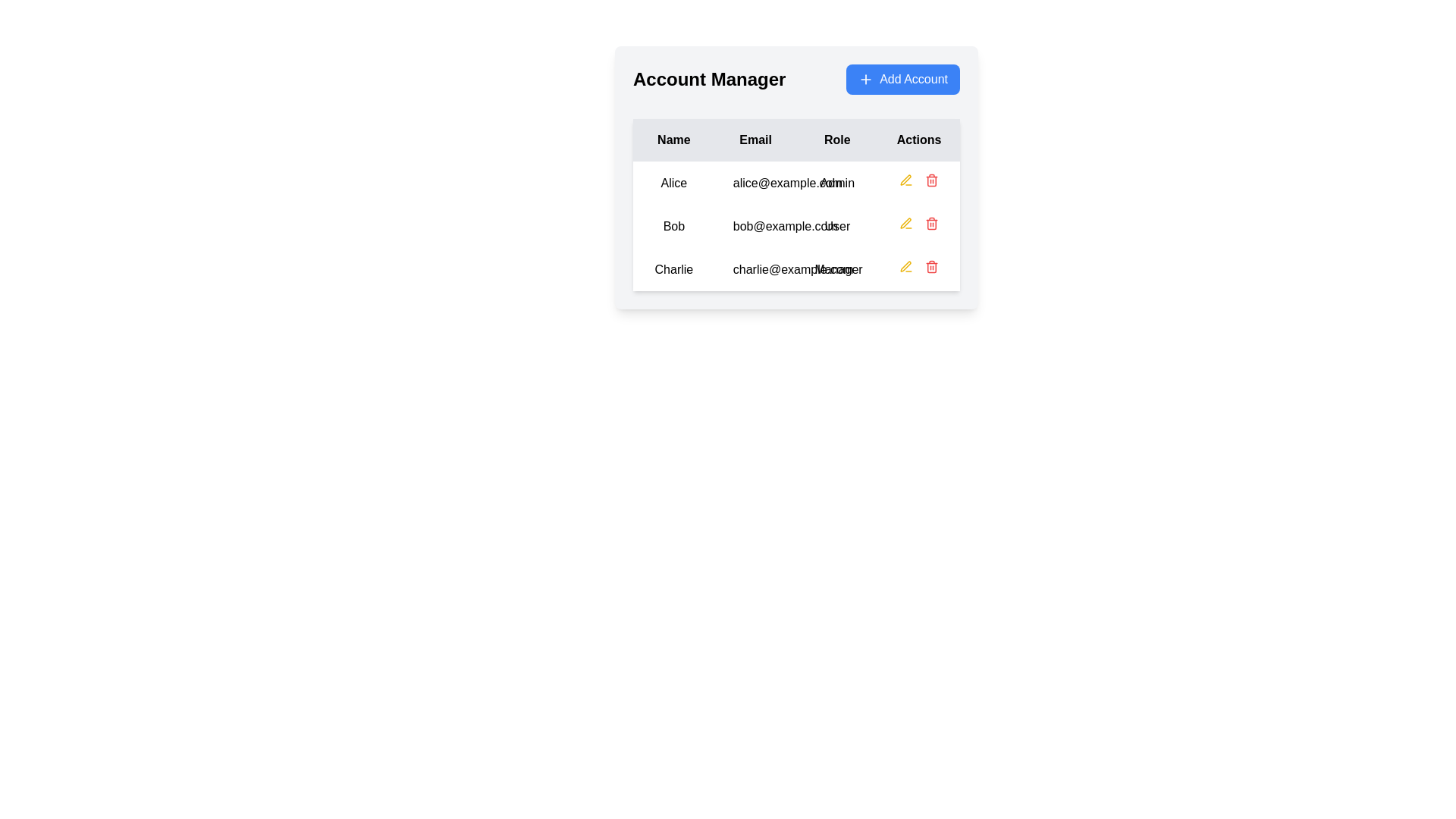  What do you see at coordinates (931, 224) in the screenshot?
I see `the trash icon representing the delete action for the user 'Bob' in the Actions column of the user list` at bounding box center [931, 224].